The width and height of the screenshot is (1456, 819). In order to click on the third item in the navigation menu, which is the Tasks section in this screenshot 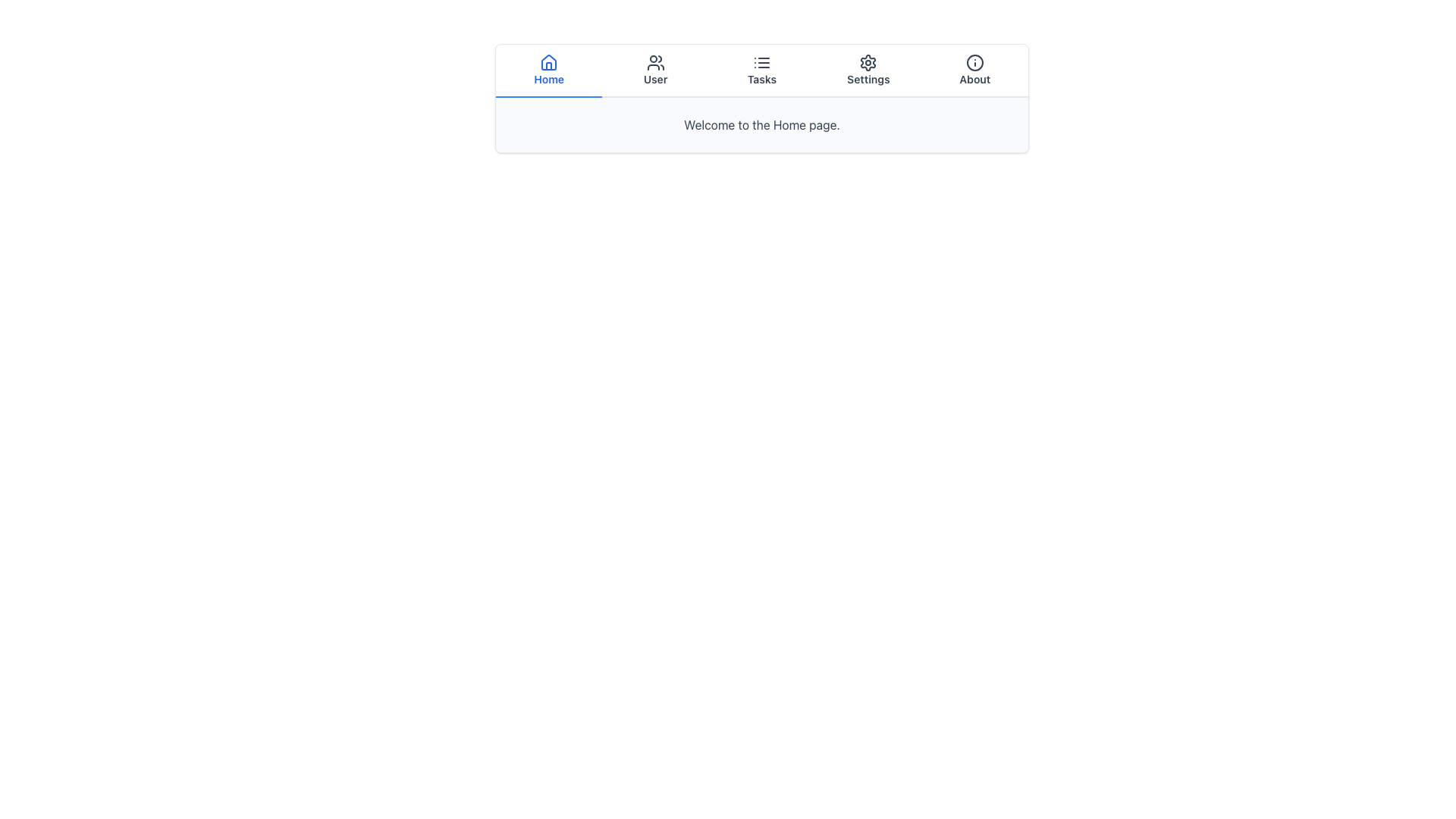, I will do `click(761, 71)`.